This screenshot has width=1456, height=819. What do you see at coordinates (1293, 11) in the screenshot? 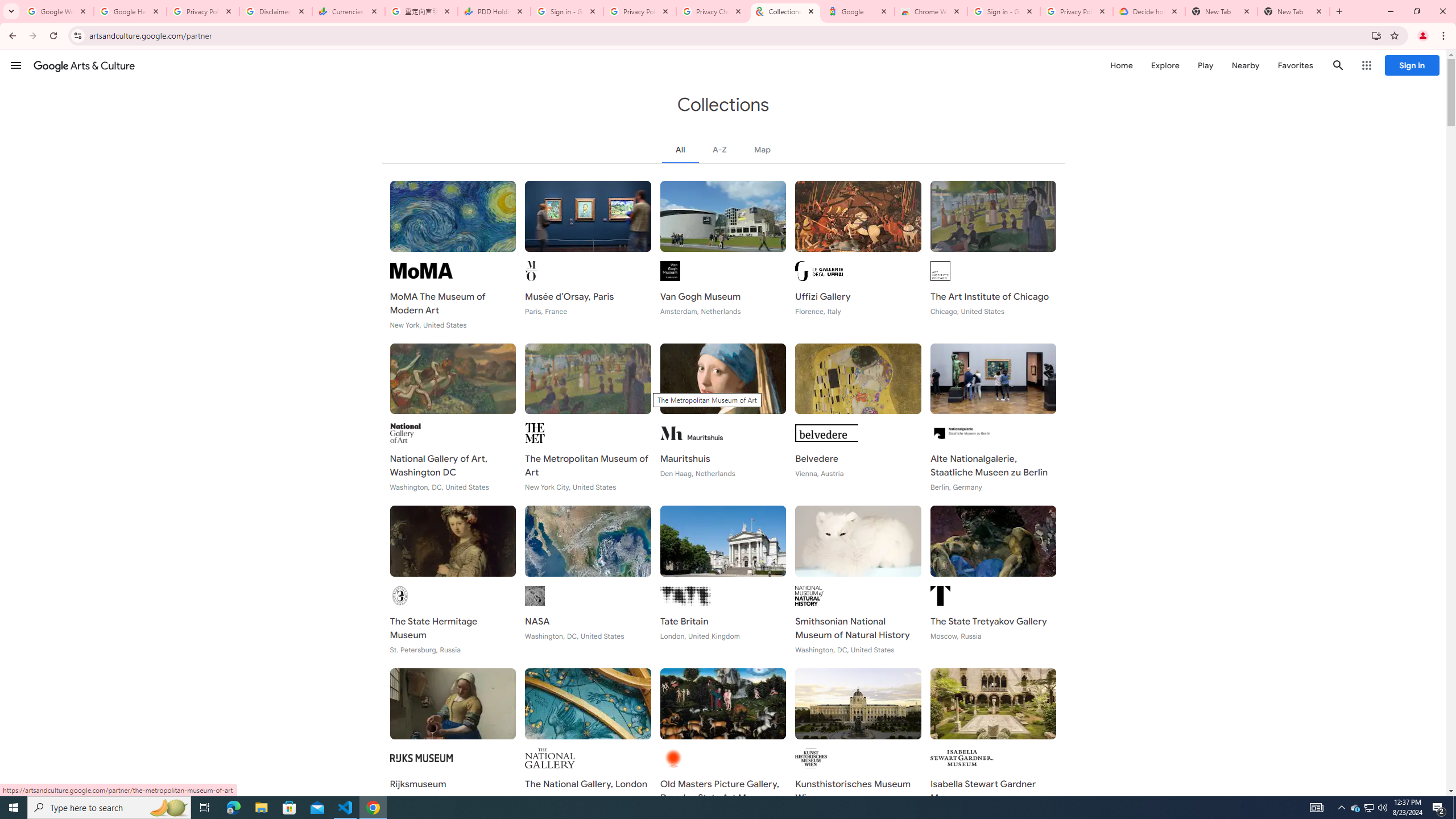
I see `'New Tab'` at bounding box center [1293, 11].